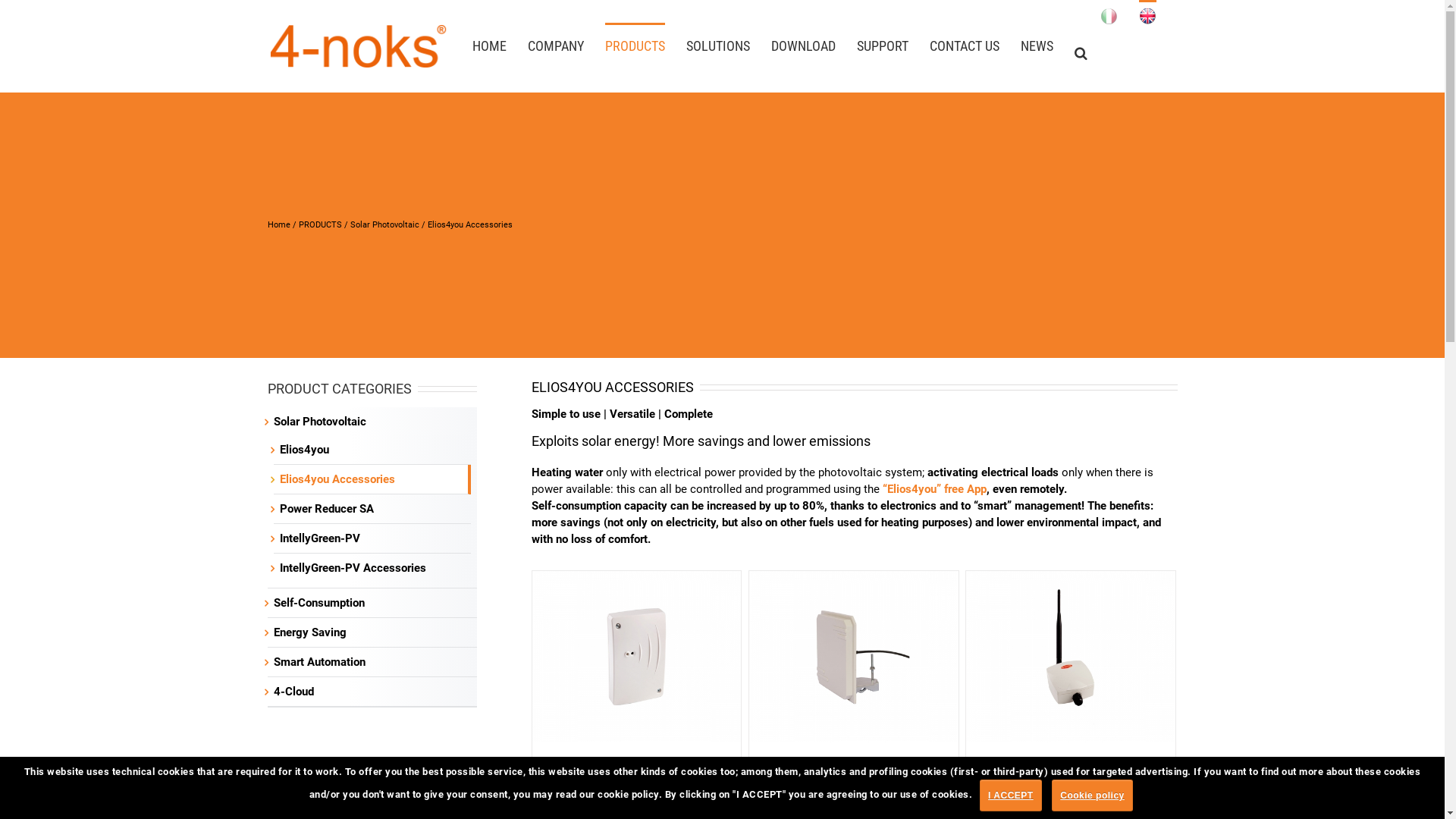  What do you see at coordinates (293, 691) in the screenshot?
I see `'4-Cloud'` at bounding box center [293, 691].